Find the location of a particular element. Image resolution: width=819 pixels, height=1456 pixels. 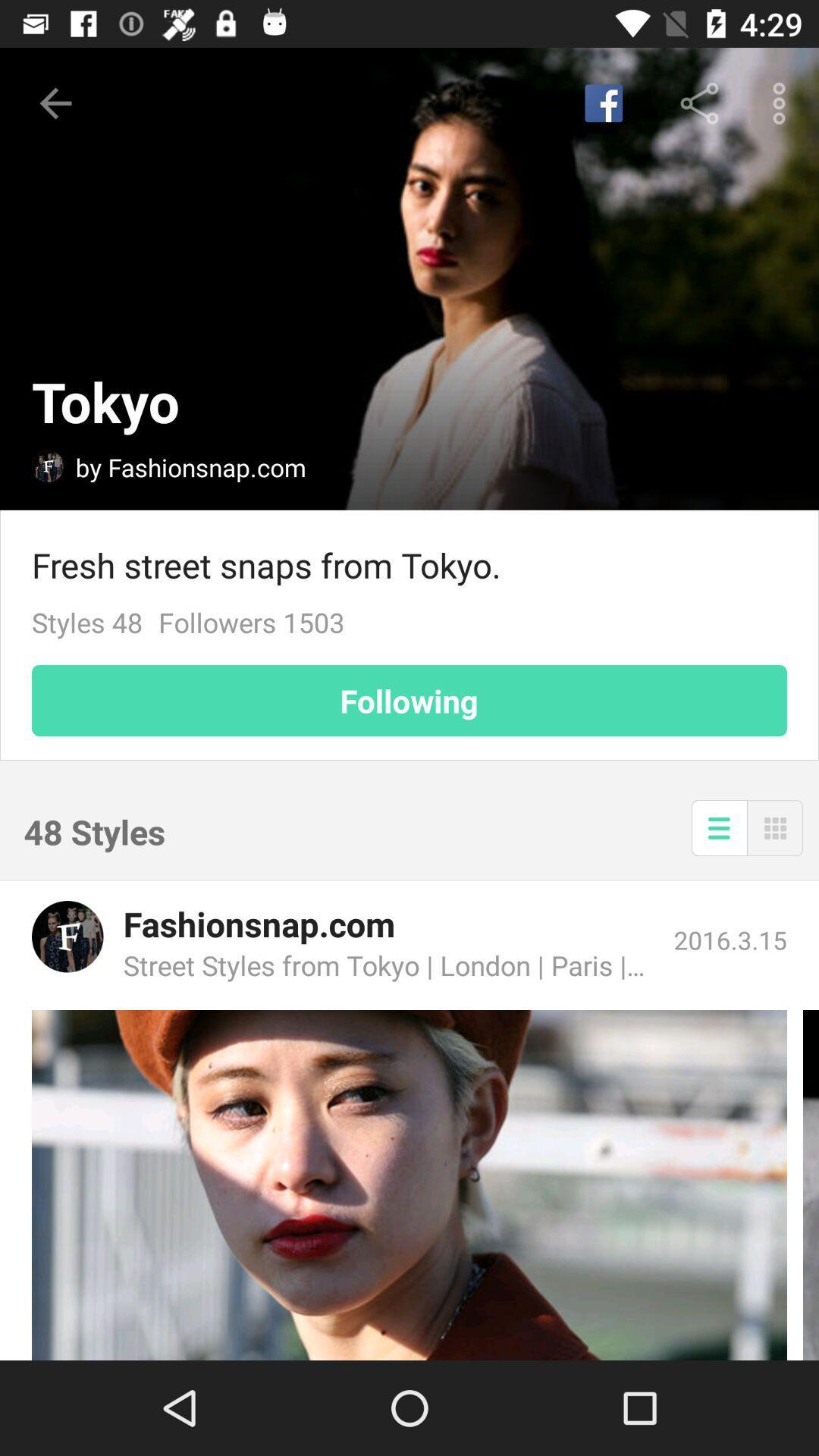

an article is located at coordinates (409, 1185).